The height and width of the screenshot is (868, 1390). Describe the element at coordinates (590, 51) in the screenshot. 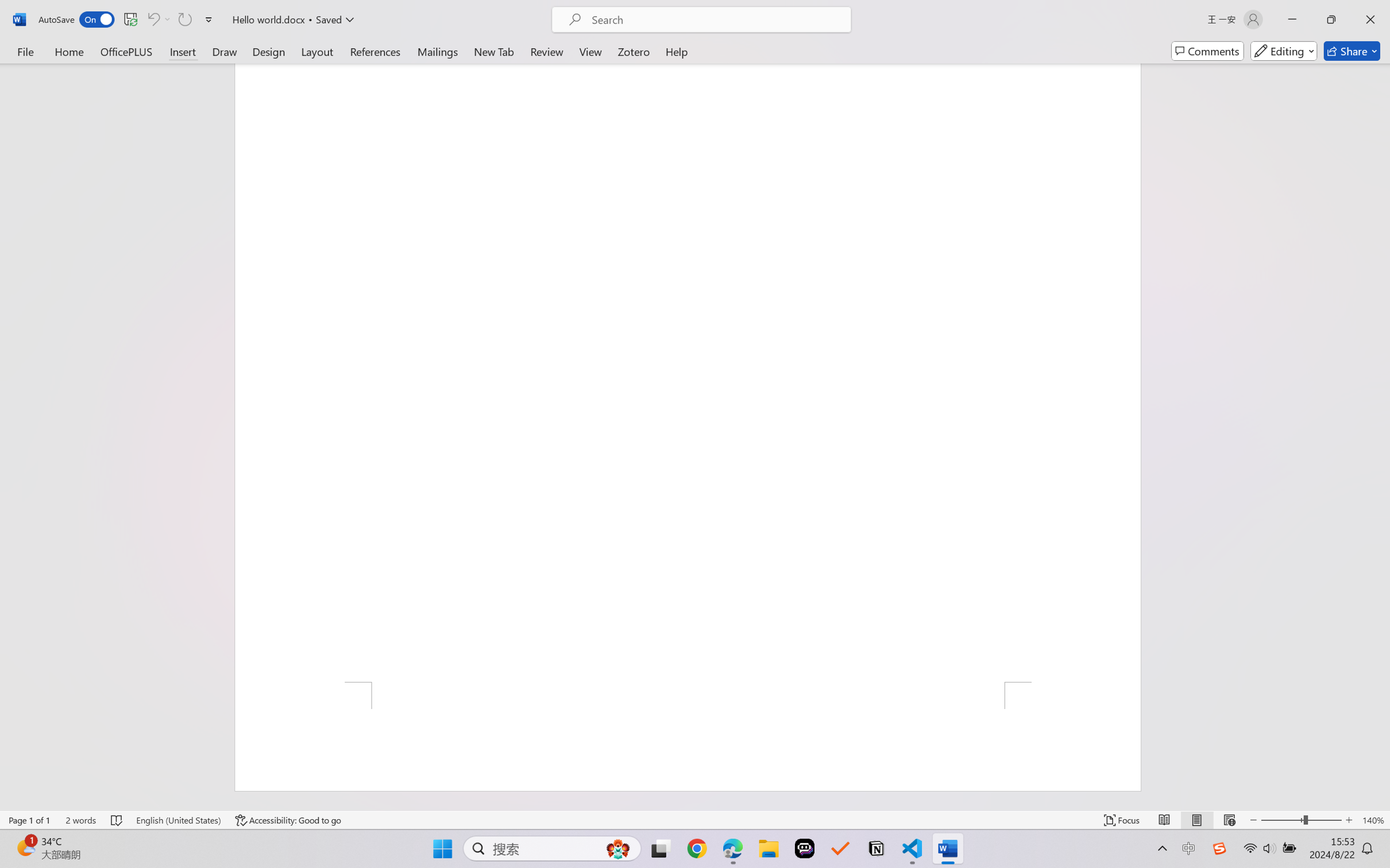

I see `'View'` at that location.